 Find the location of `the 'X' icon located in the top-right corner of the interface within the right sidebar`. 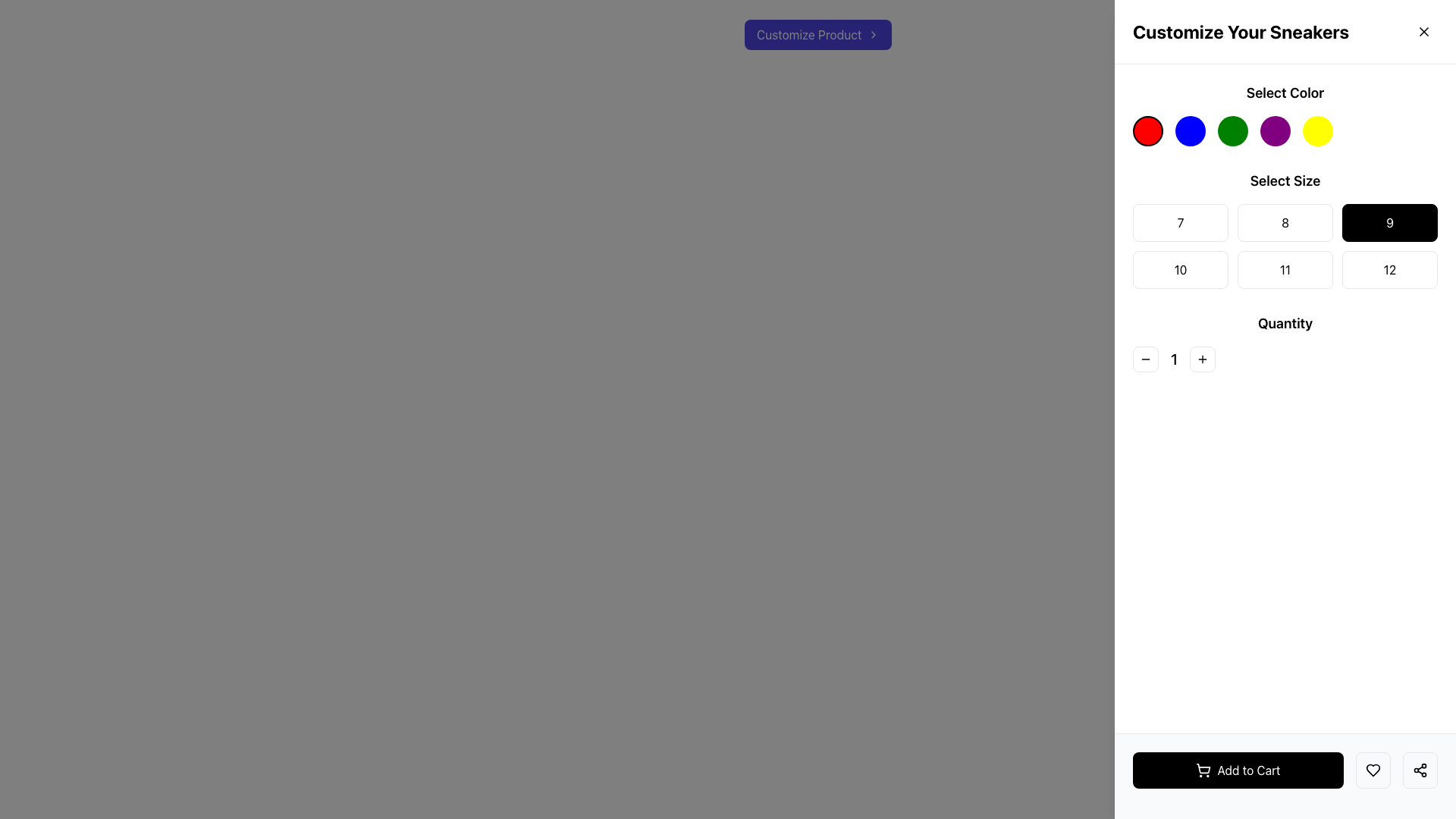

the 'X' icon located in the top-right corner of the interface within the right sidebar is located at coordinates (1423, 32).